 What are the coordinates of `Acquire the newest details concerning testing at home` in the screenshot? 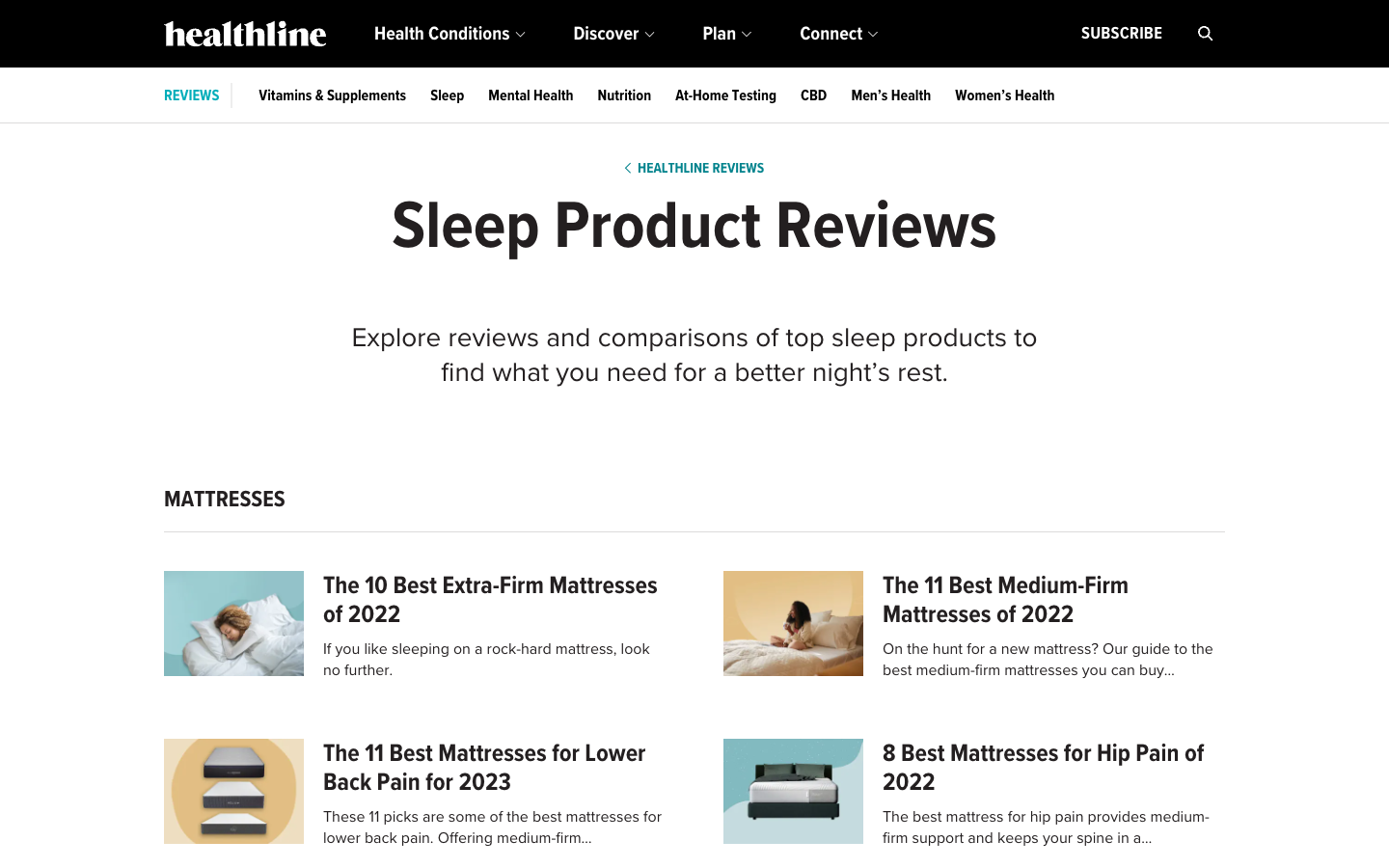 It's located at (724, 95).